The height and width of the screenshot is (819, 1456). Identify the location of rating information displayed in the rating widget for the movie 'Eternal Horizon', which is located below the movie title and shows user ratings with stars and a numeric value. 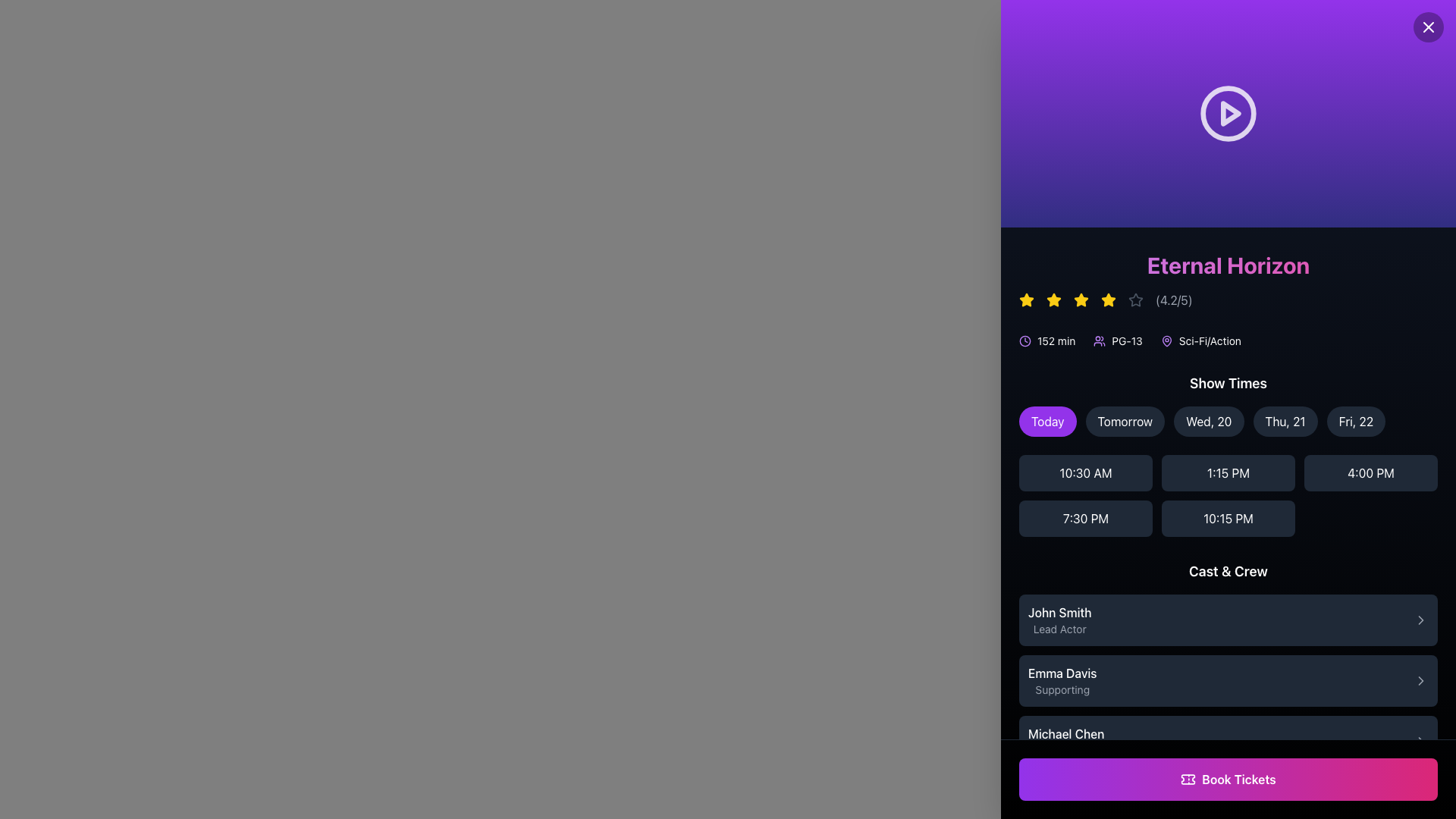
(1228, 300).